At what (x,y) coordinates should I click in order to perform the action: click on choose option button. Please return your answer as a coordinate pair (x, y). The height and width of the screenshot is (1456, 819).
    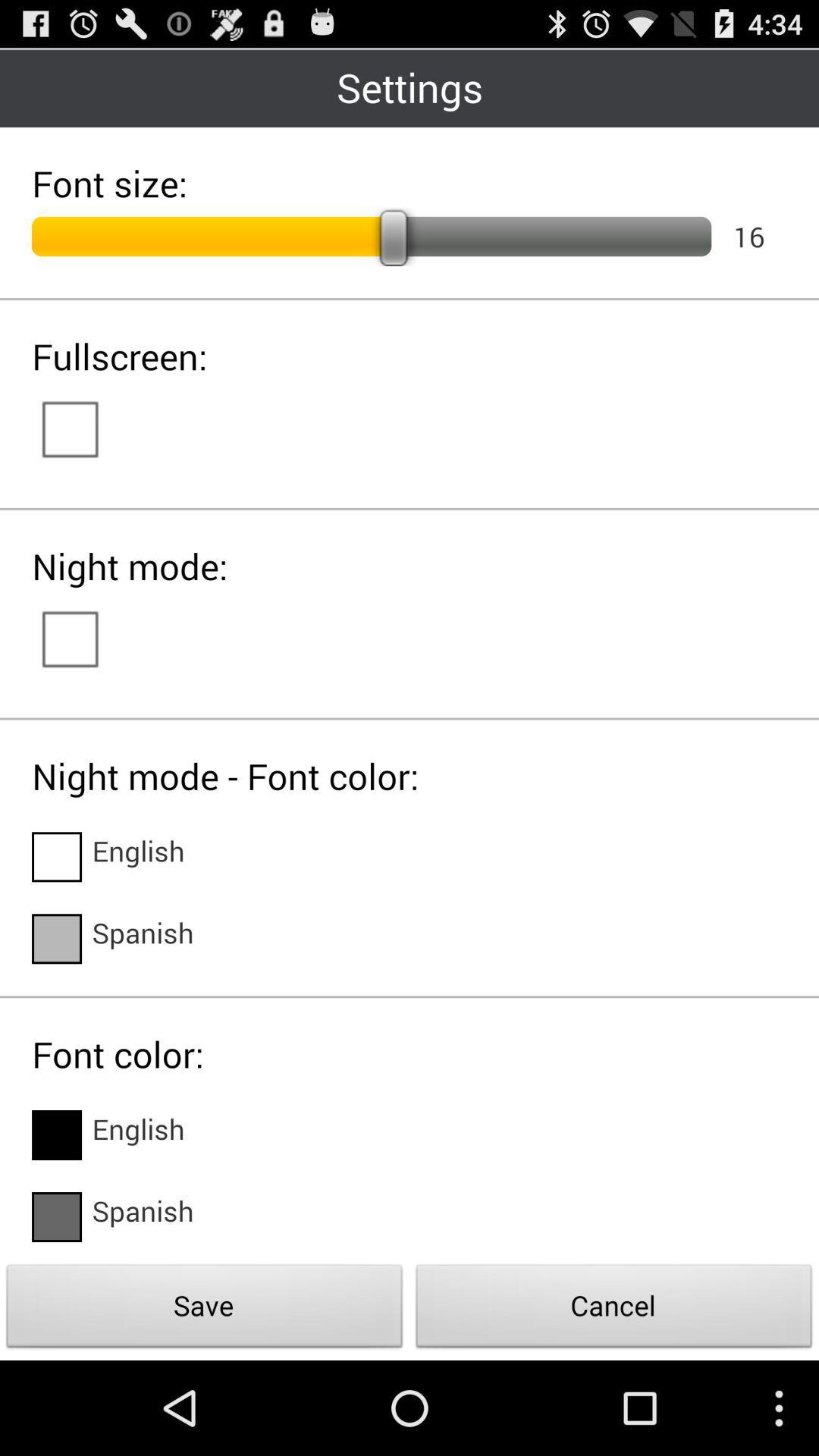
    Looking at the image, I should click on (55, 1135).